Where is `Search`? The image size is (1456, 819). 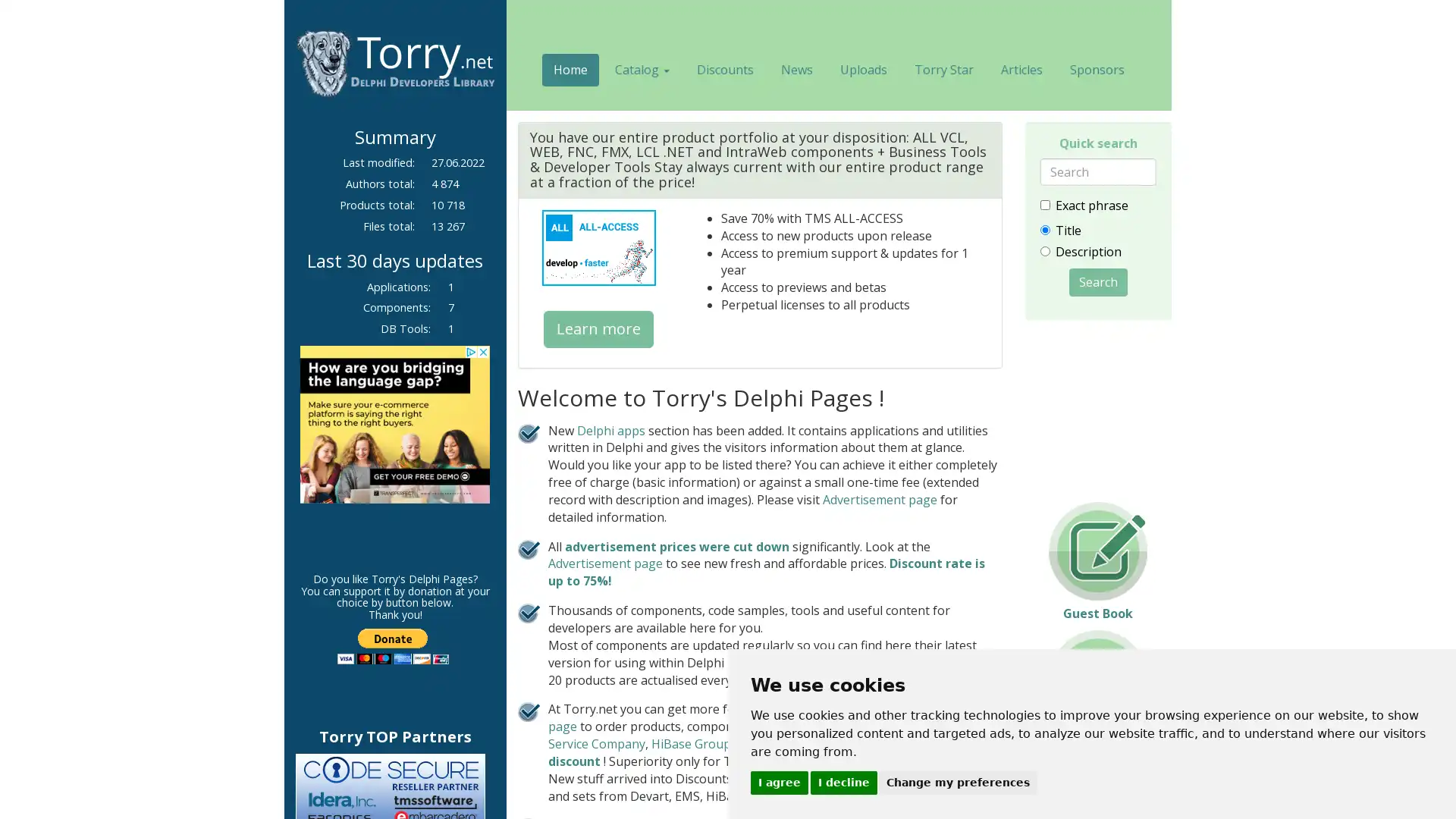
Search is located at coordinates (1097, 281).